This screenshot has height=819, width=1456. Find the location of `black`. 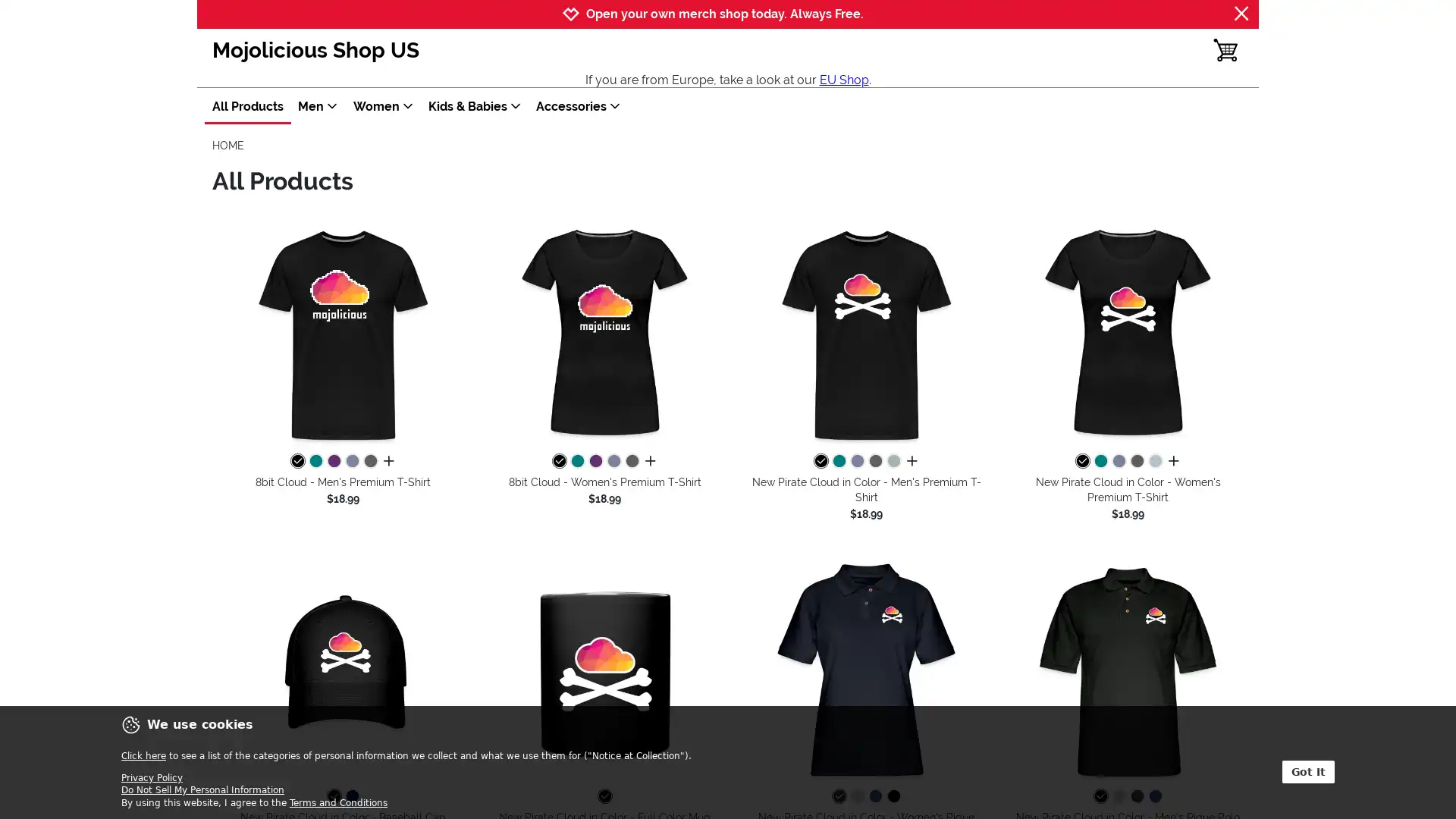

black is located at coordinates (297, 461).